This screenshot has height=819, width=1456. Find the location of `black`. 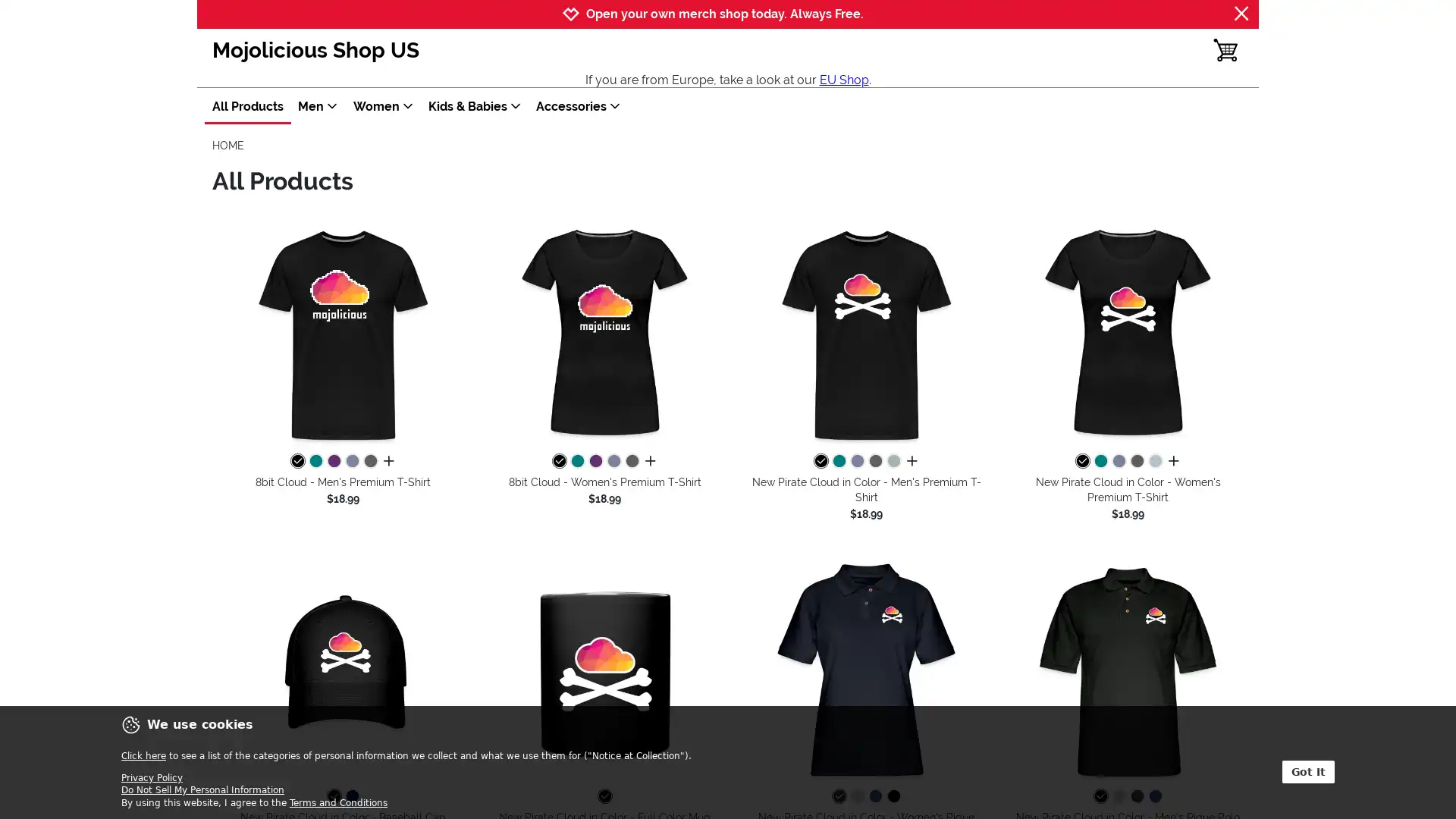

black is located at coordinates (297, 461).